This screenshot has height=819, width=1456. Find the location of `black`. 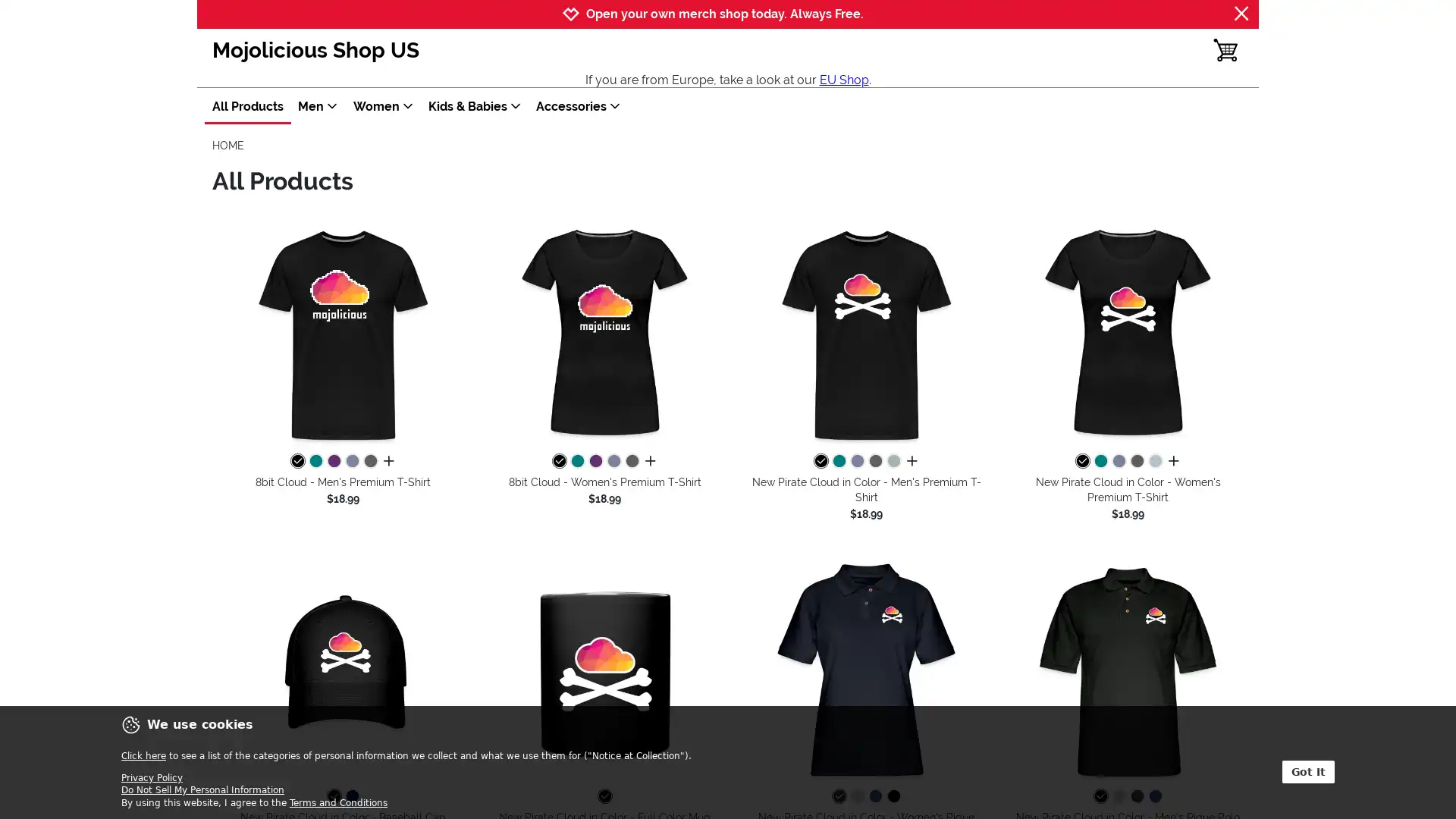

black is located at coordinates (297, 461).